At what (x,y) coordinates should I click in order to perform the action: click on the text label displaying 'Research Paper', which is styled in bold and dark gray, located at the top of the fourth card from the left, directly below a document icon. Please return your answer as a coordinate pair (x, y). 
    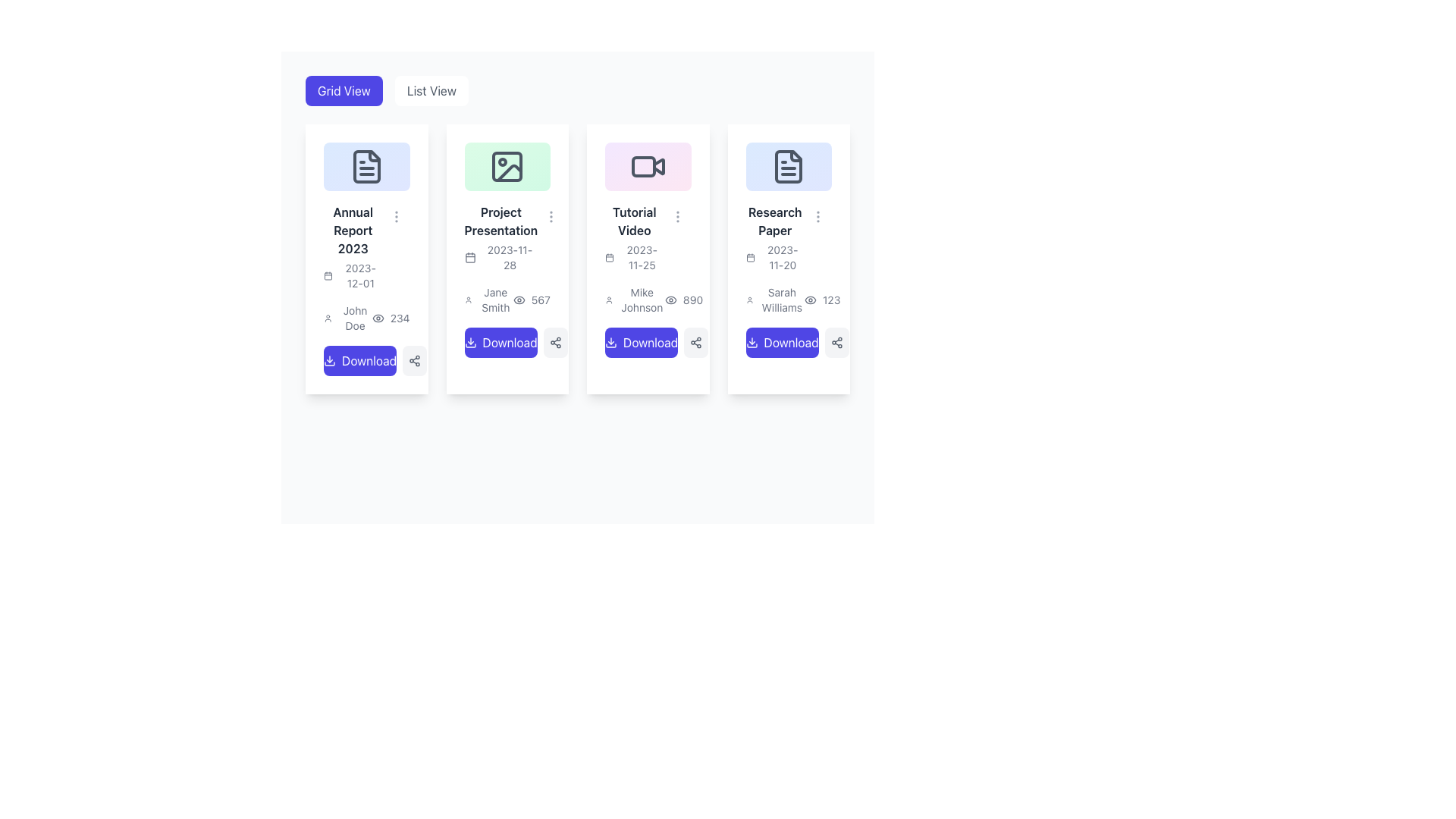
    Looking at the image, I should click on (775, 221).